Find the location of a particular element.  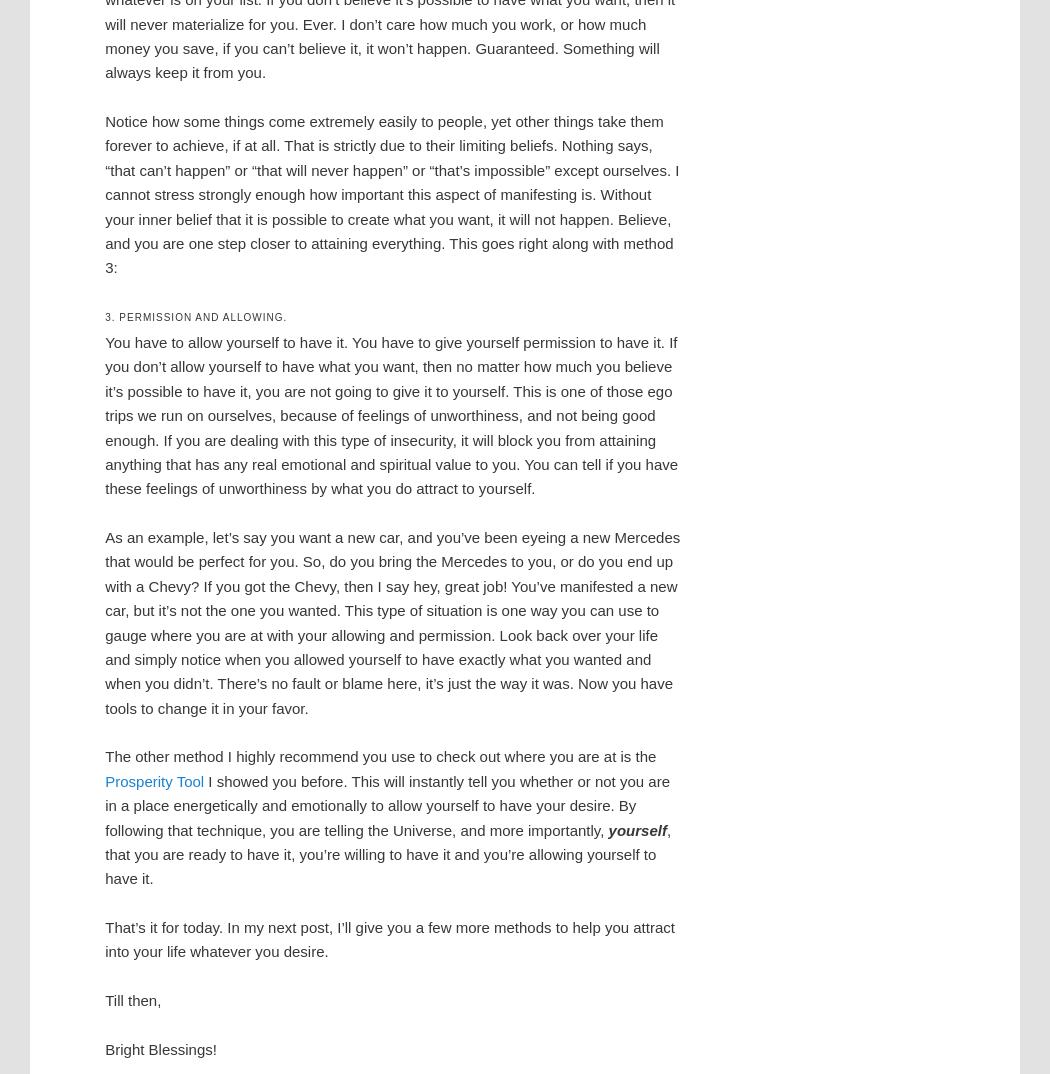

'3. Permission and Allowing.' is located at coordinates (195, 317).